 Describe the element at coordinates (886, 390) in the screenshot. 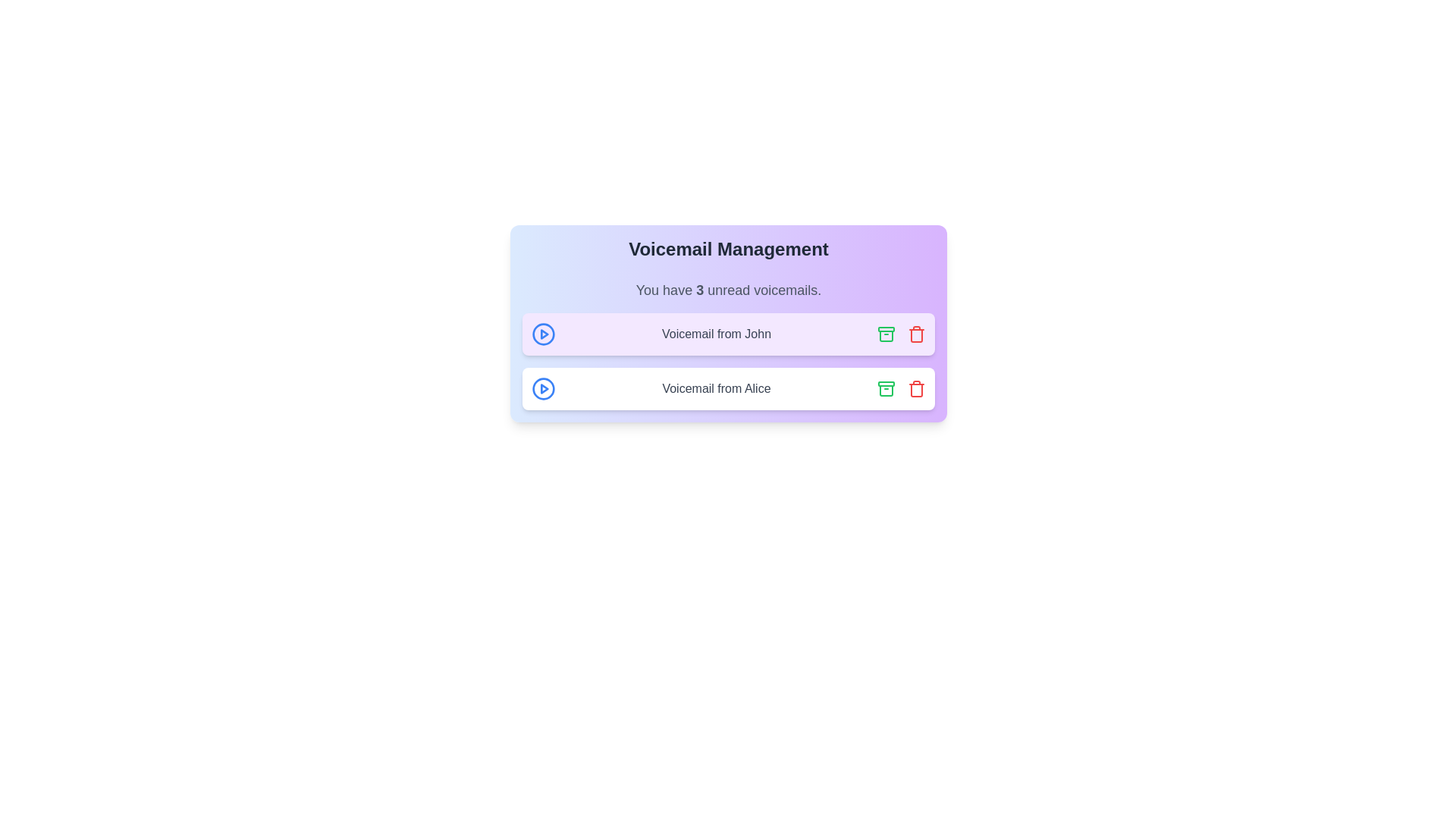

I see `the curved rectangular shape of the archive icon located in the rightmost position of the second row of the voicemail list` at that location.